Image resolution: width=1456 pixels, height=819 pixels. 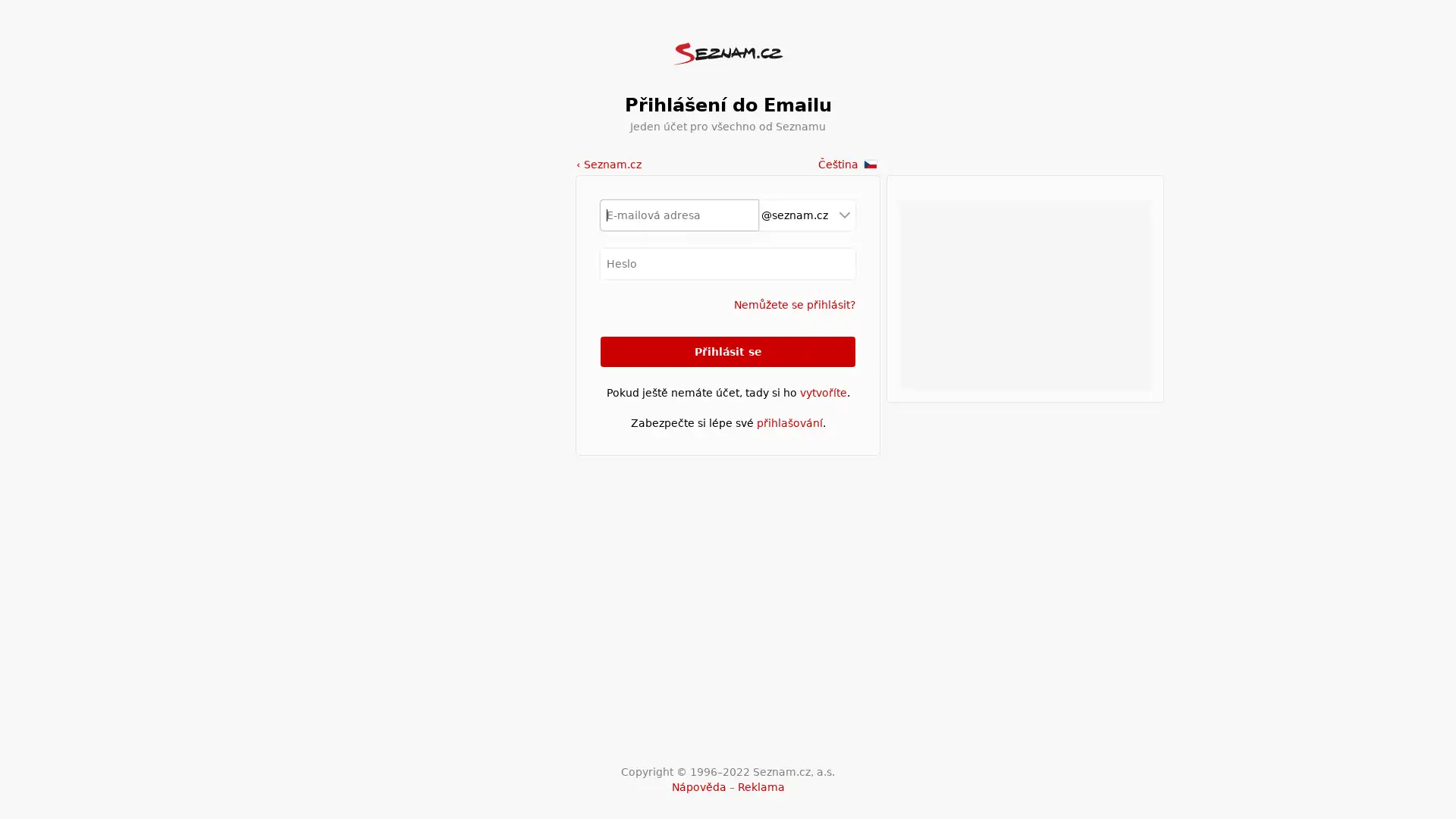 What do you see at coordinates (728, 351) in the screenshot?
I see `Prihlasit se` at bounding box center [728, 351].